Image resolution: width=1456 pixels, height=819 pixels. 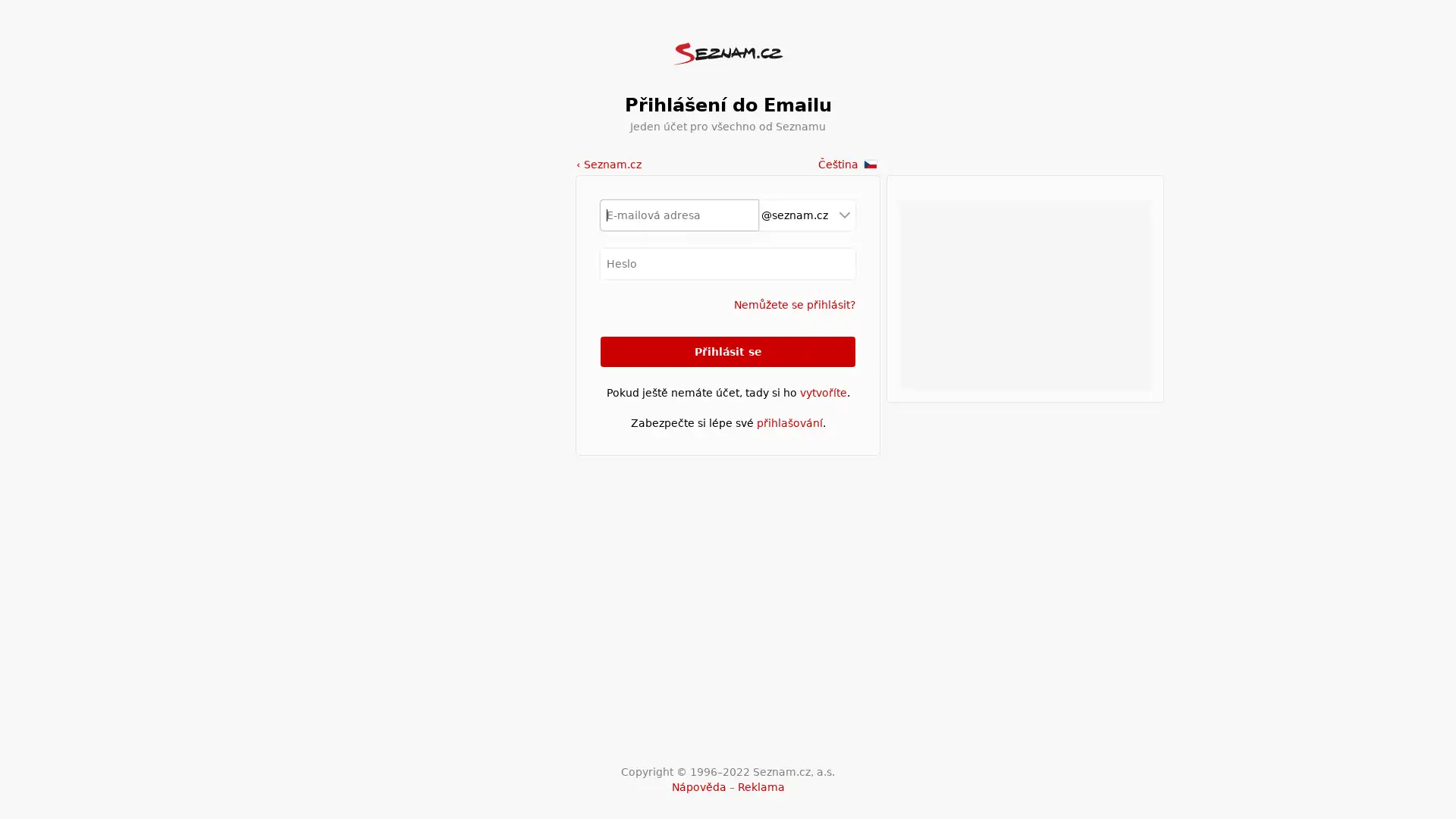 What do you see at coordinates (728, 351) in the screenshot?
I see `Prihlasit se` at bounding box center [728, 351].